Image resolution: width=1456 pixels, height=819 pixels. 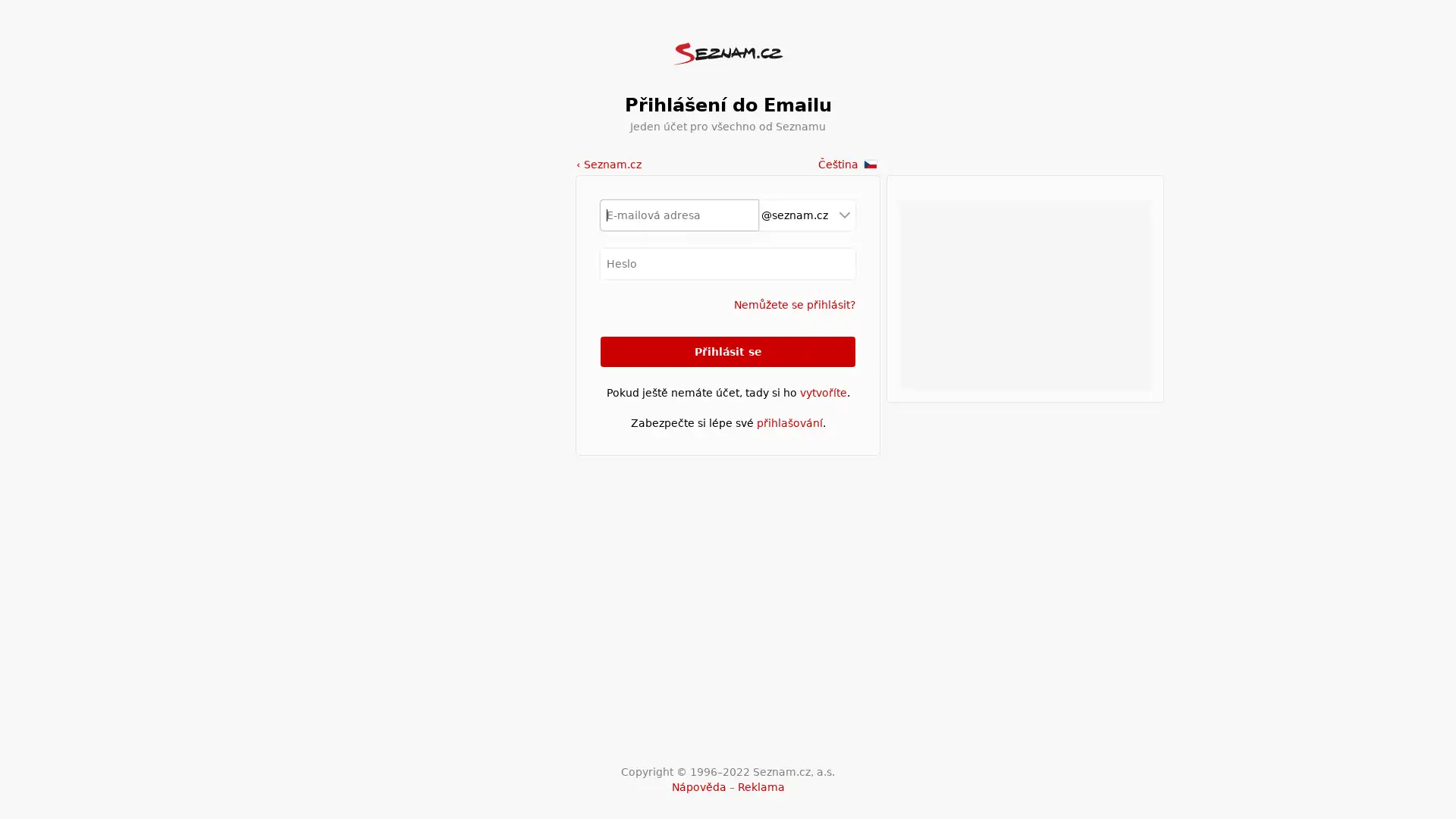 What do you see at coordinates (728, 351) in the screenshot?
I see `Prihlasit se` at bounding box center [728, 351].